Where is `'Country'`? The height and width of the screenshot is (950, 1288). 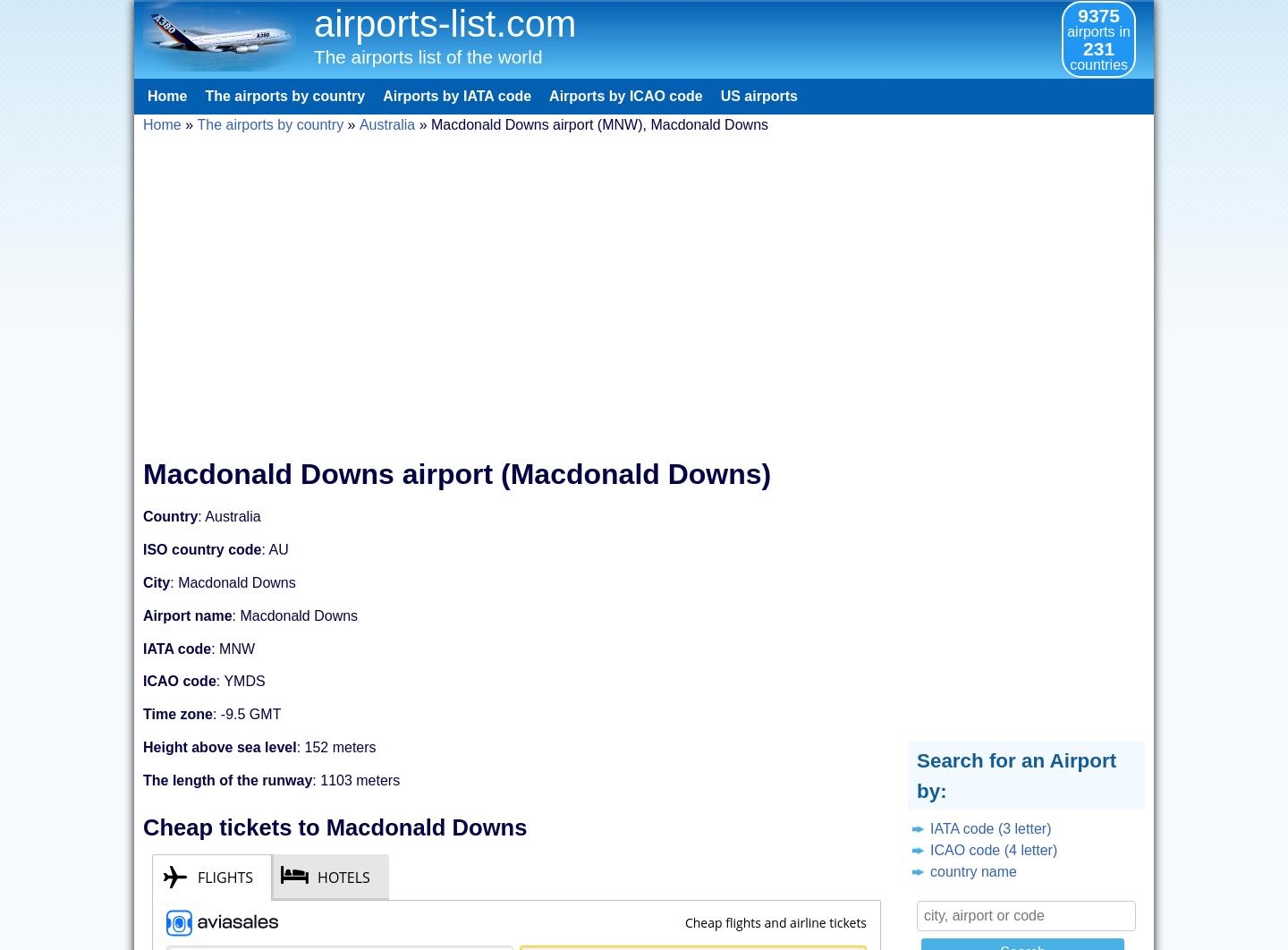 'Country' is located at coordinates (170, 516).